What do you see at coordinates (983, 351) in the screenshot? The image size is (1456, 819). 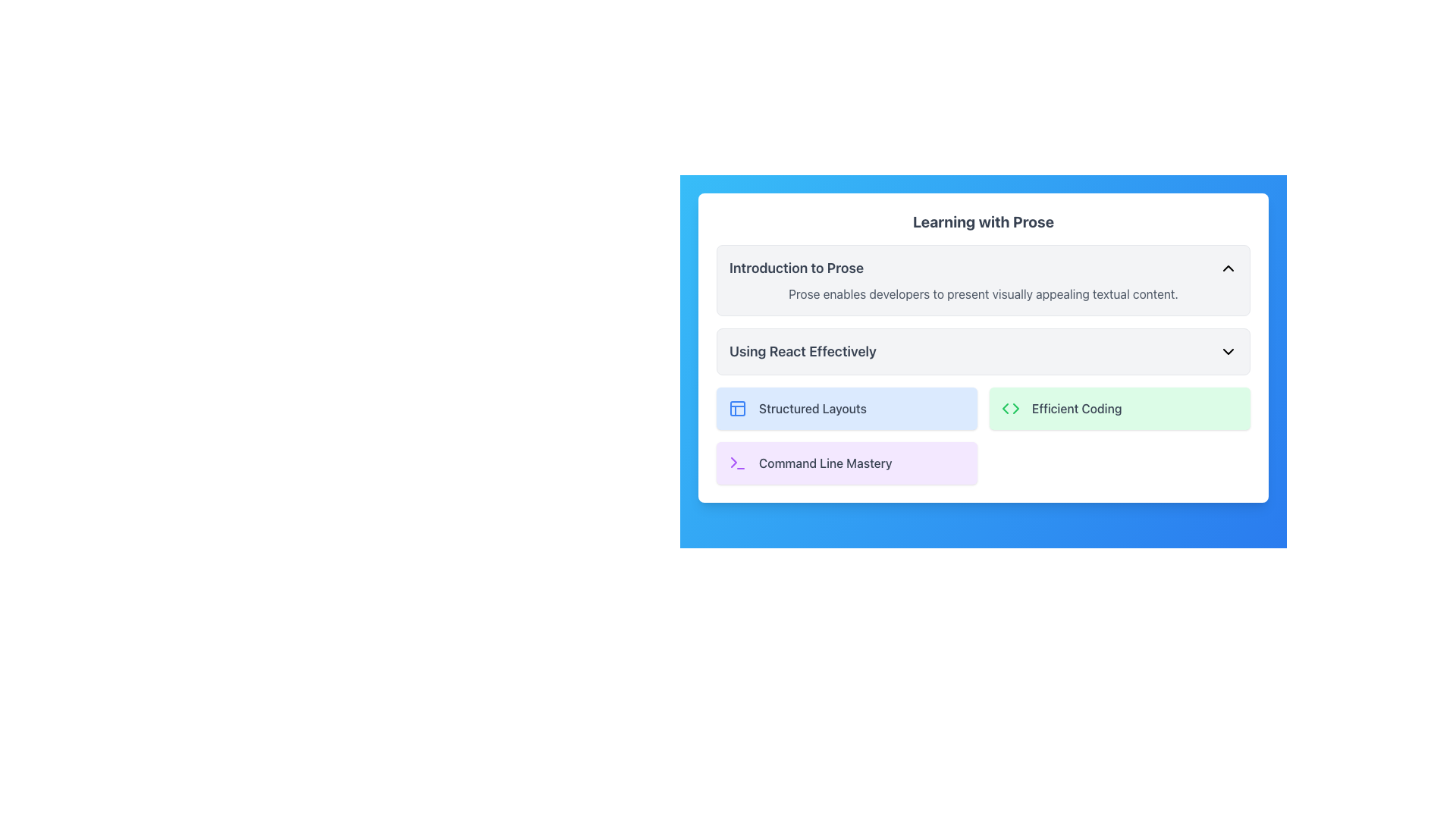 I see `the dropdown menu button located in the center column, second element beneath the 'Introduction to Prose' section` at bounding box center [983, 351].